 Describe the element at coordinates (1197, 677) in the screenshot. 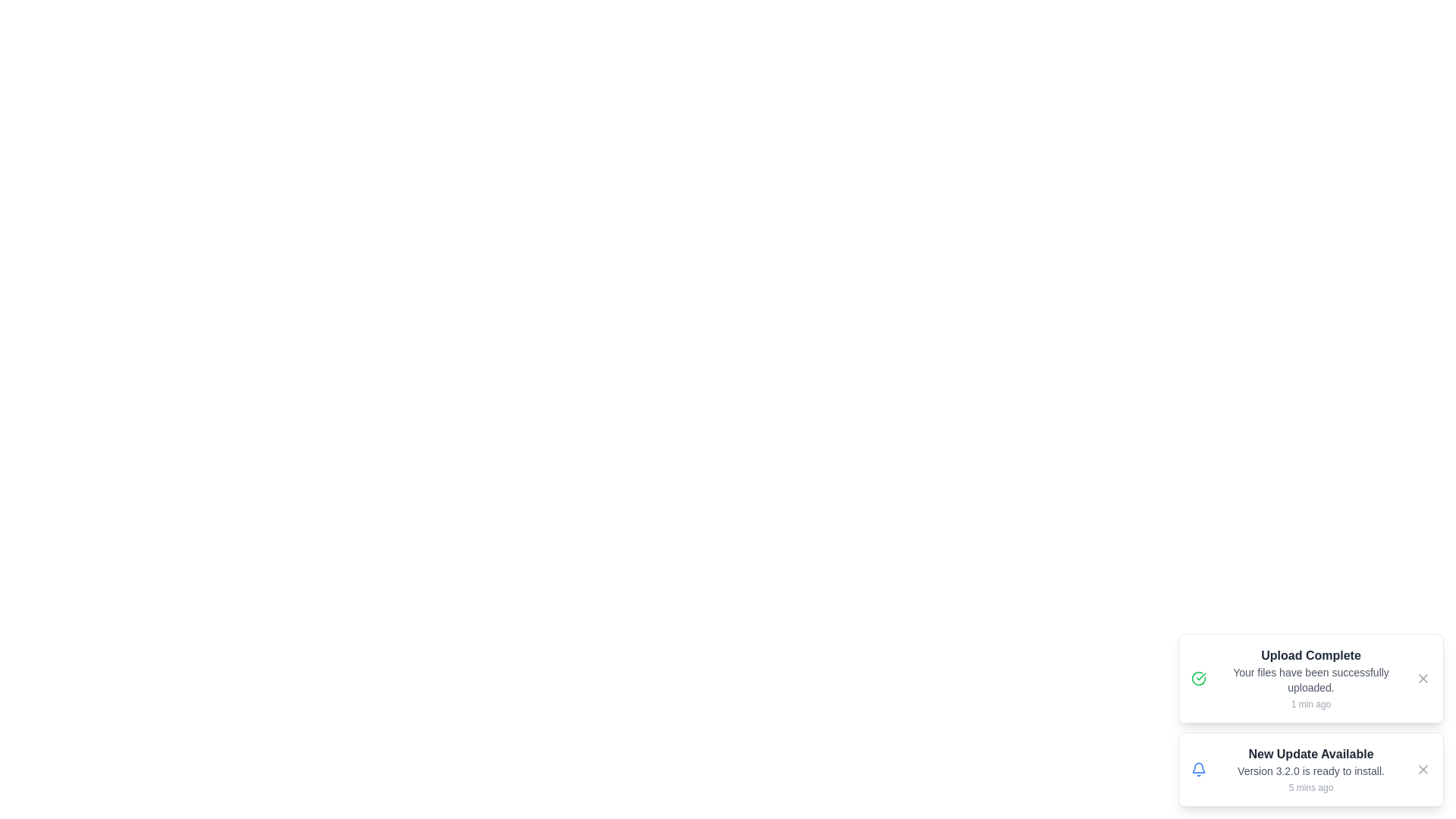

I see `the green check mark icon located to the left of the 'Upload Complete' text within the notification card` at that location.